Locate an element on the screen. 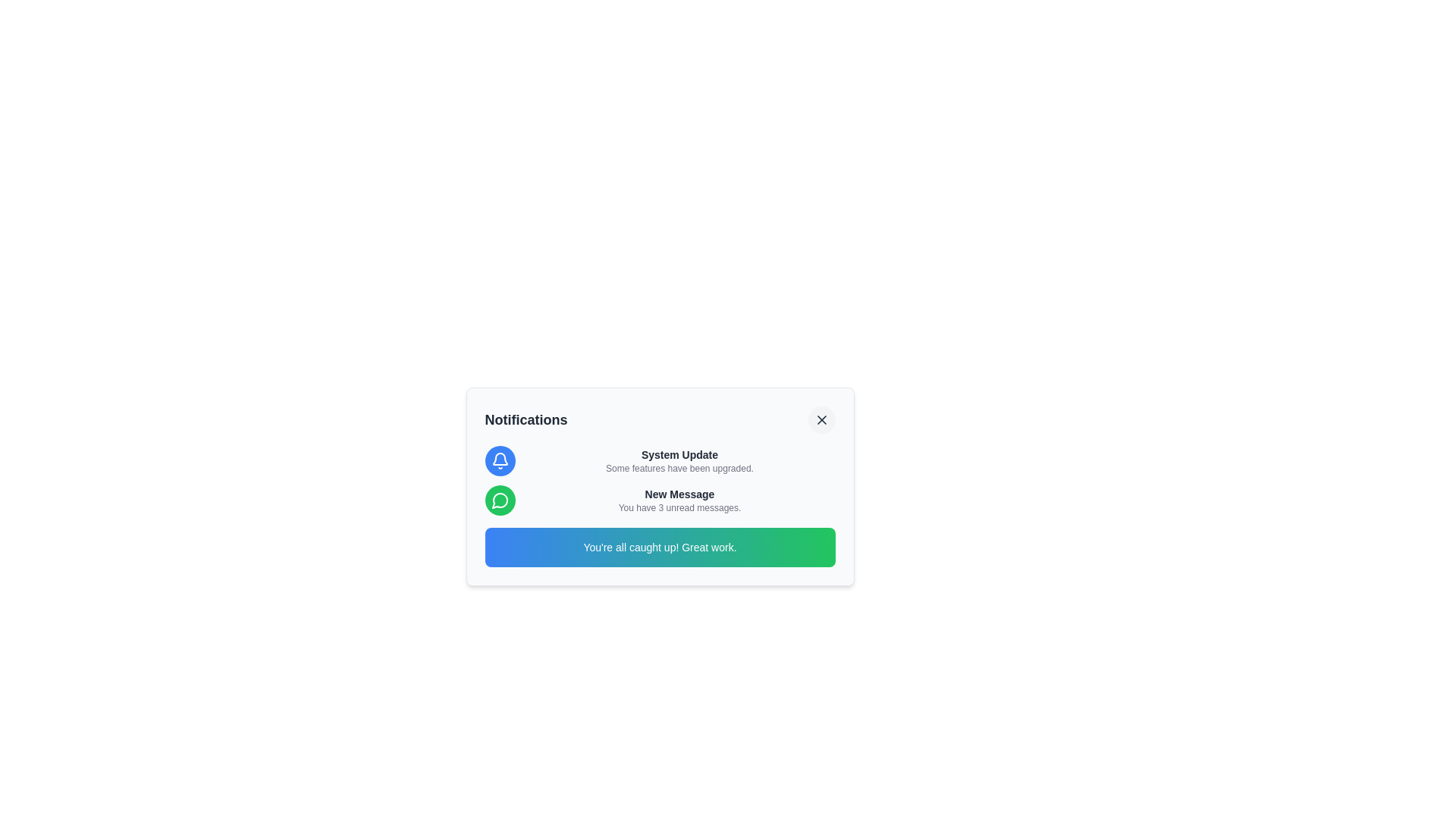 The height and width of the screenshot is (819, 1456). congratulatory notification message displayed at the center of the gradient rectangular block near the bottom of the notification card is located at coordinates (660, 547).